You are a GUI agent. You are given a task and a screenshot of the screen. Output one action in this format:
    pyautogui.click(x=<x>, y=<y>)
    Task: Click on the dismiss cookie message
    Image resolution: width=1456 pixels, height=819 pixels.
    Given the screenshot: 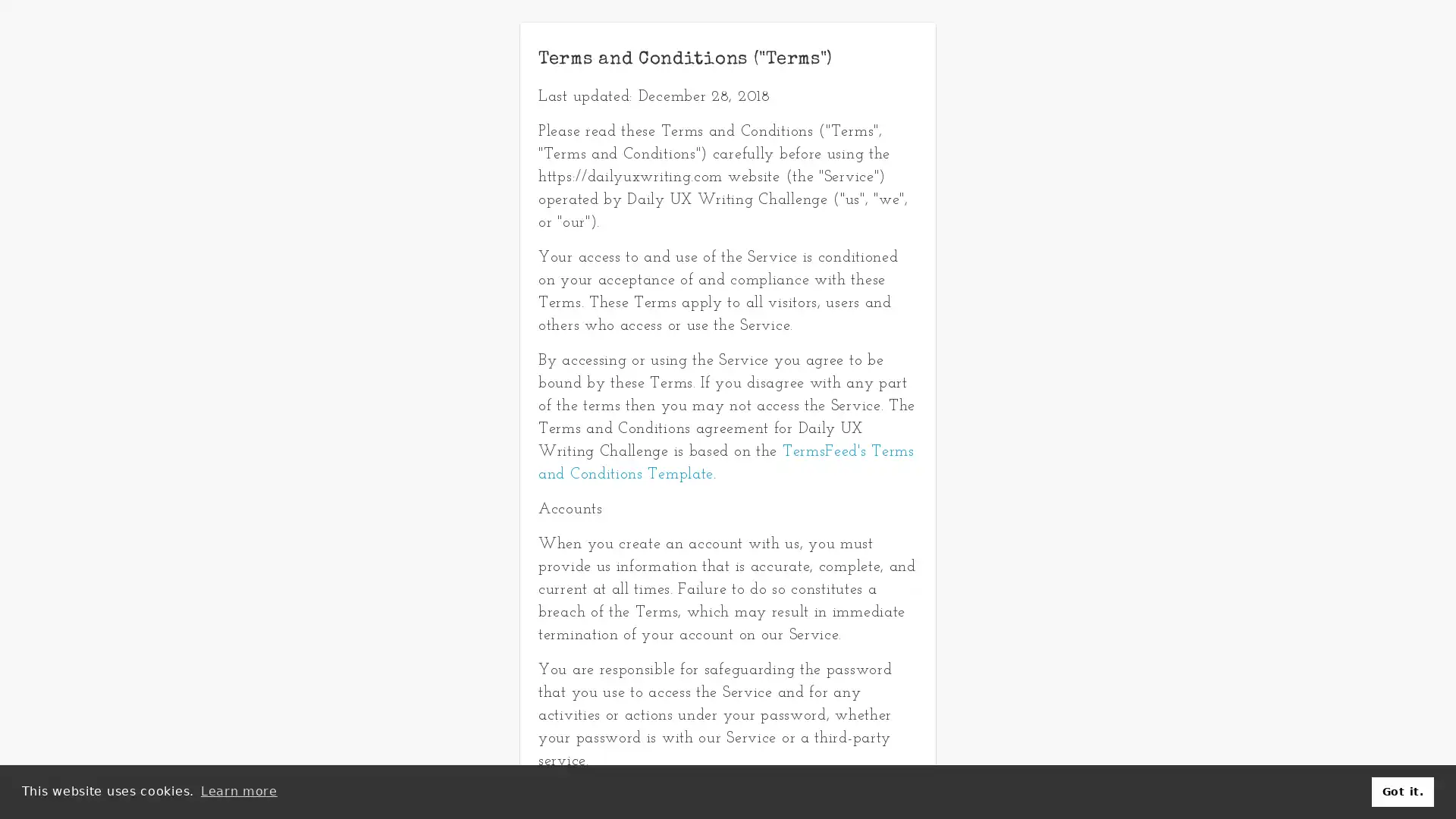 What is the action you would take?
    pyautogui.click(x=1401, y=791)
    